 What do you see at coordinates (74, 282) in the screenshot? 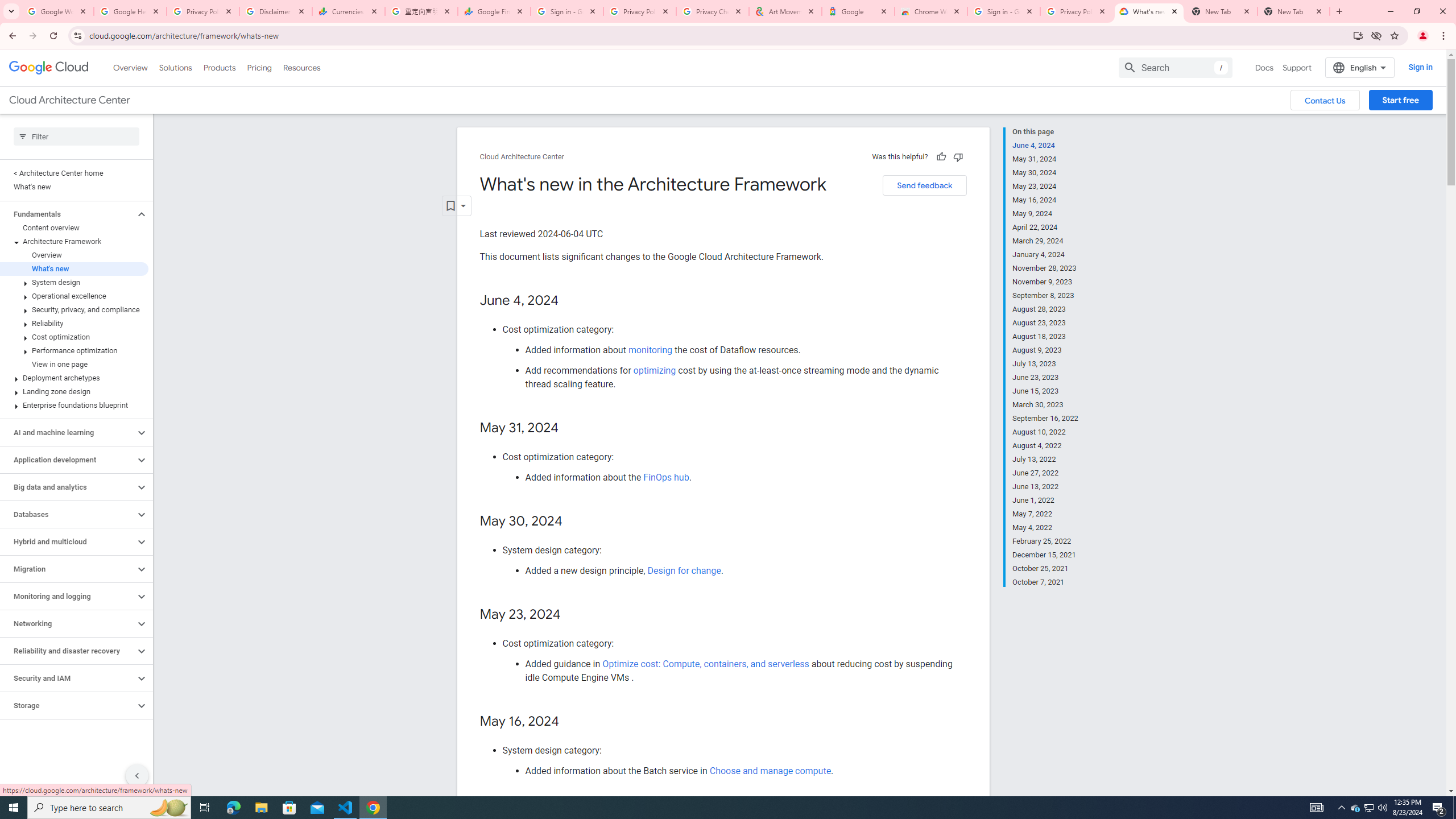
I see `'System design'` at bounding box center [74, 282].